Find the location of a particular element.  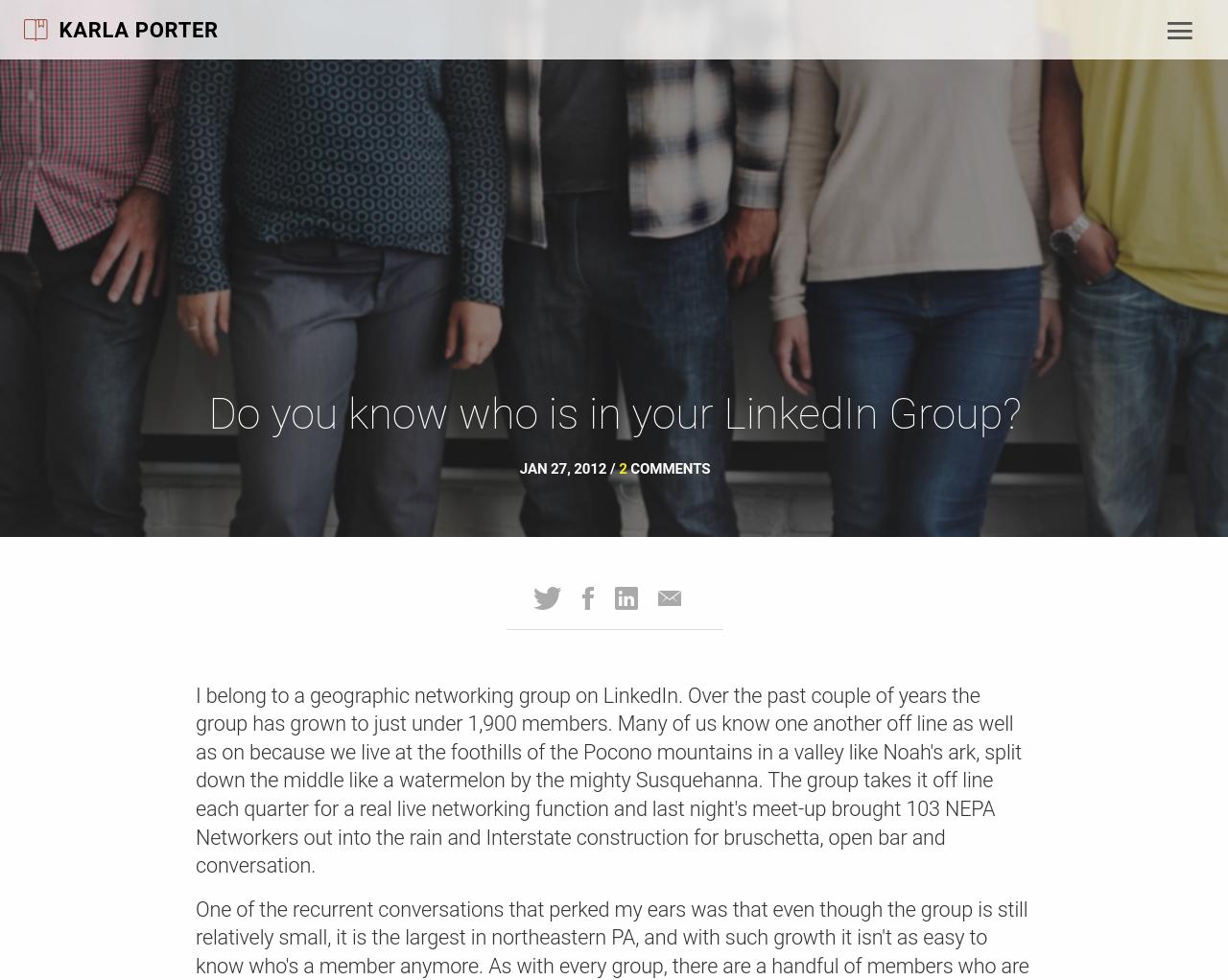

'I belong to a geographic networking group on LinkedIn. Over the past couple of years the group has grown to just under 1,900 members. Many of us know one another off line as well as on because we live at the foothills of the Pocono mountains in a valley like Noah's ark, split down the middle like a watermelon by the mighty Susquehanna. The group takes it off line each quarter for a real live networking function and last night's meet-up brought 103 NEPA Networkers out into the rain and Interstate construction for bruschetta, open bar and conversation.' is located at coordinates (195, 779).